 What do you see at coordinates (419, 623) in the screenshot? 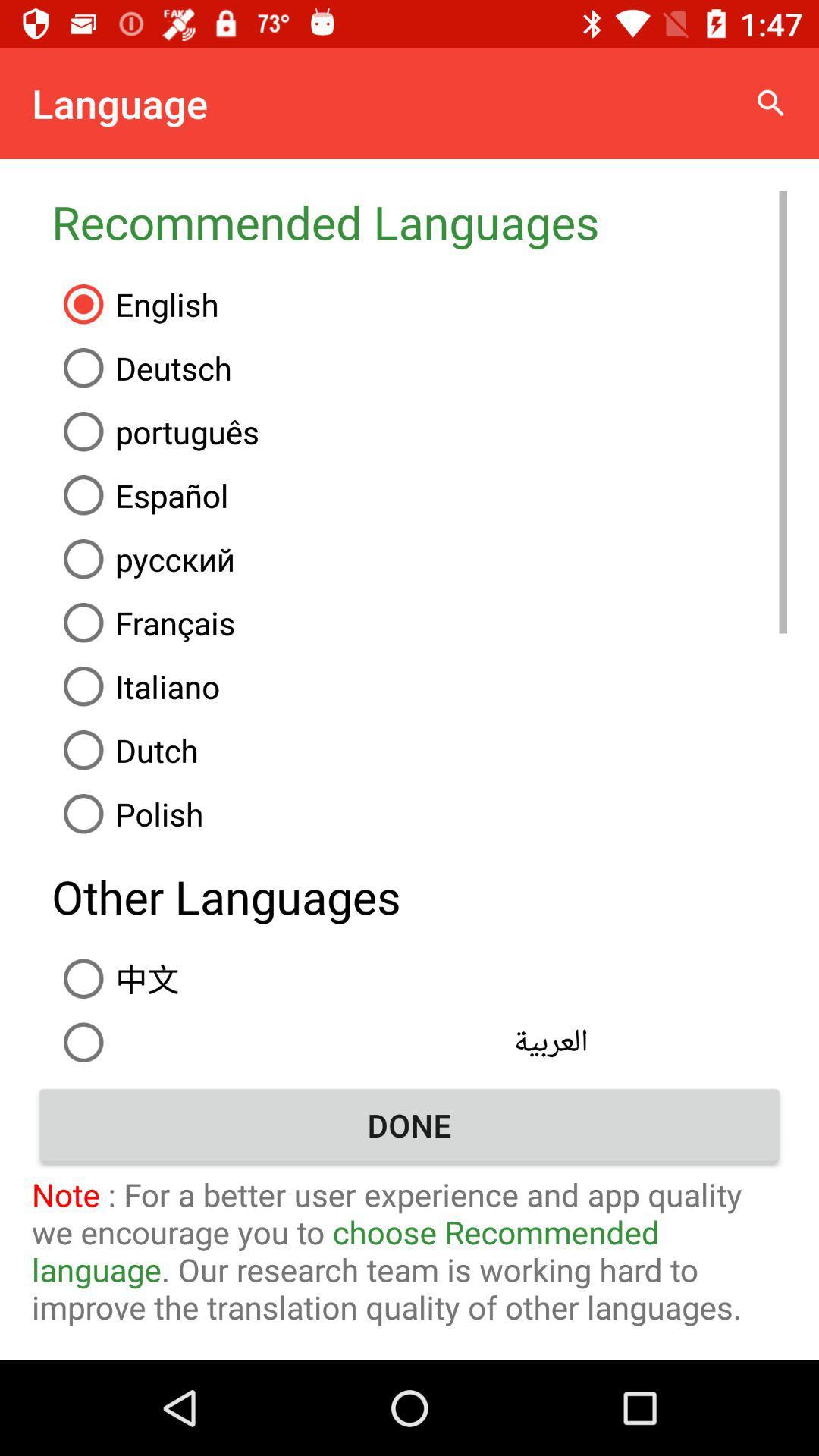
I see `the item above the italiano item` at bounding box center [419, 623].